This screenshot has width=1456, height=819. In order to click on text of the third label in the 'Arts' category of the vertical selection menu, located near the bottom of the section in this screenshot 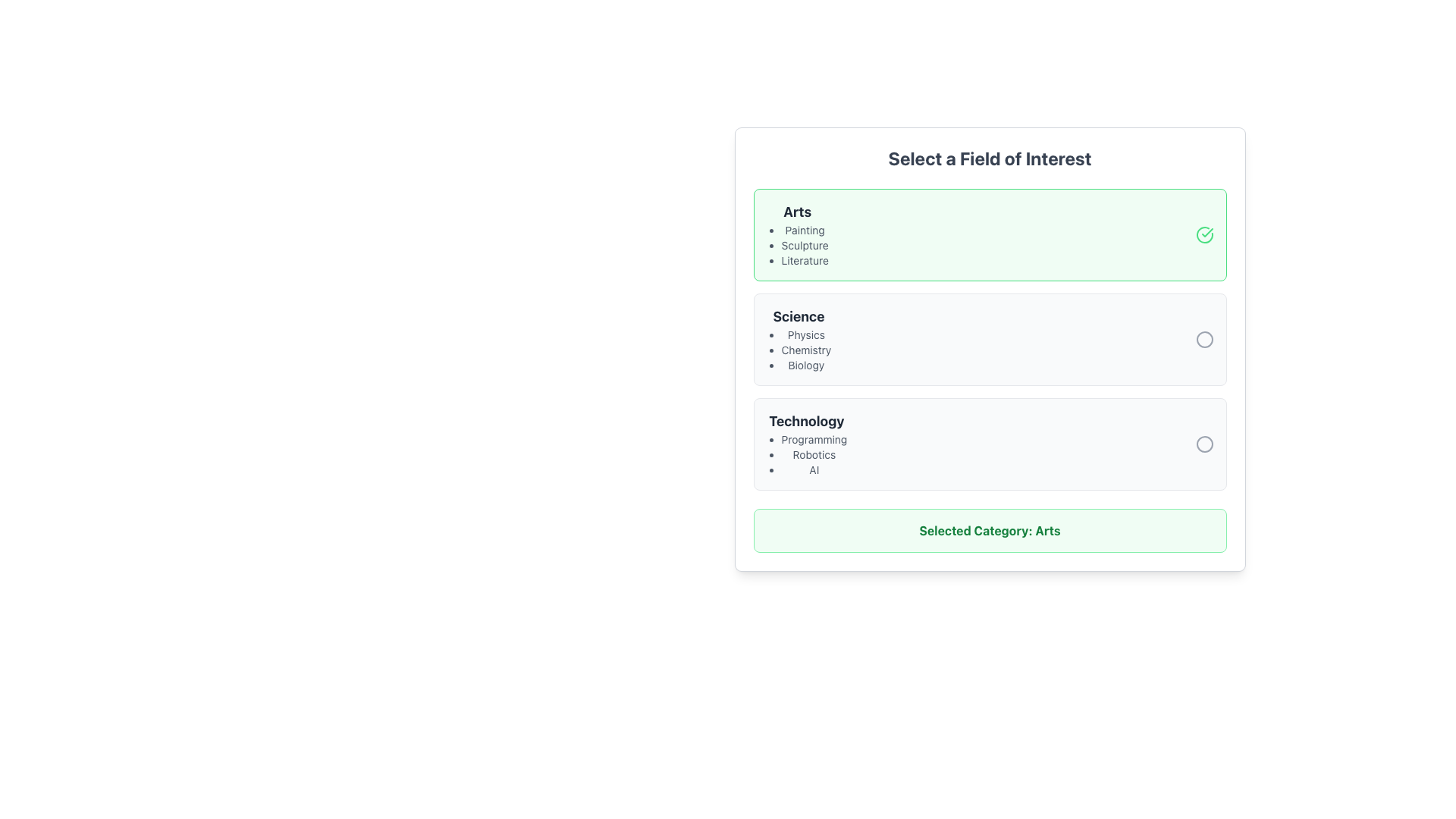, I will do `click(804, 259)`.